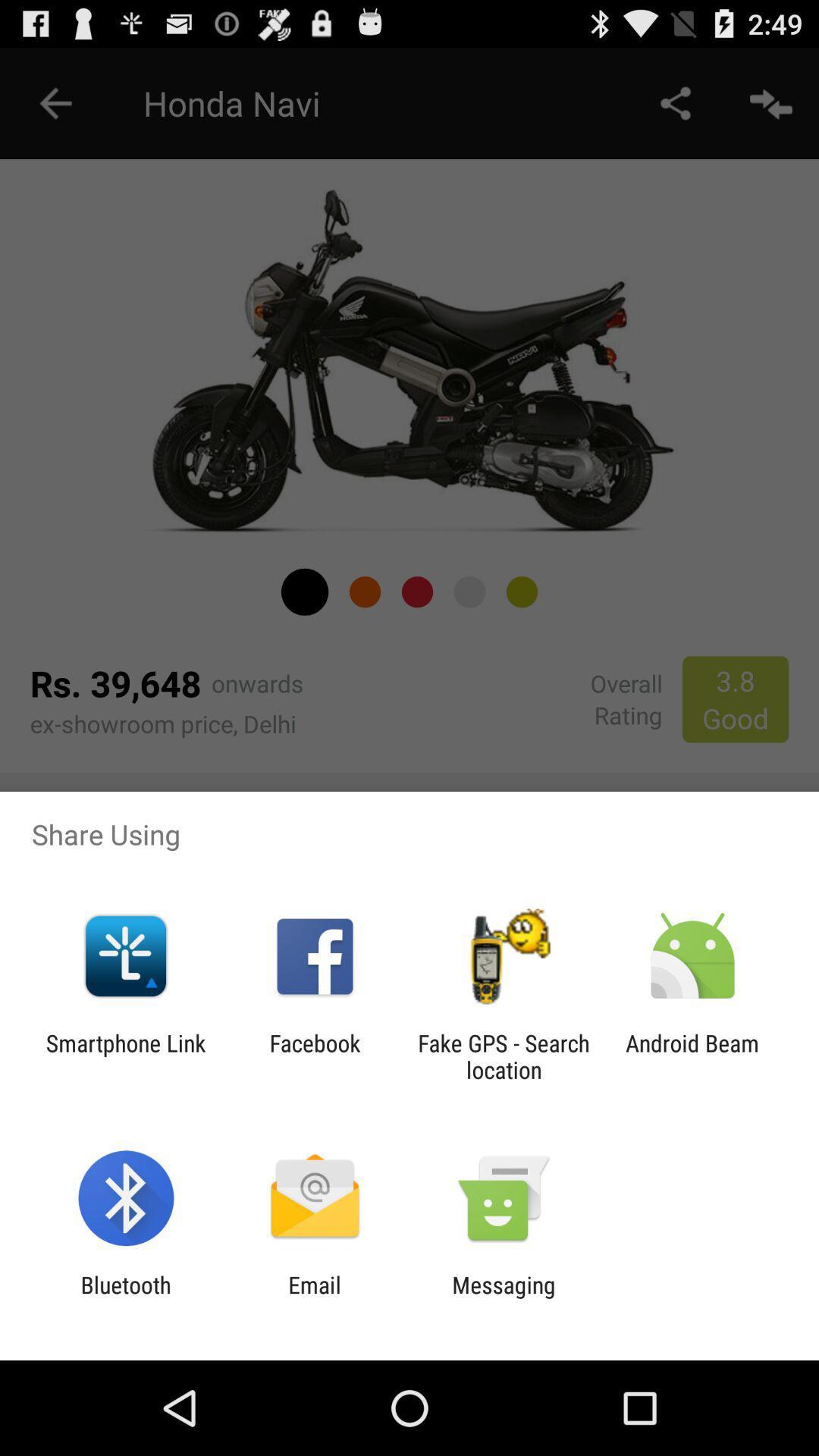  I want to click on the icon to the right of the smartphone link app, so click(314, 1056).